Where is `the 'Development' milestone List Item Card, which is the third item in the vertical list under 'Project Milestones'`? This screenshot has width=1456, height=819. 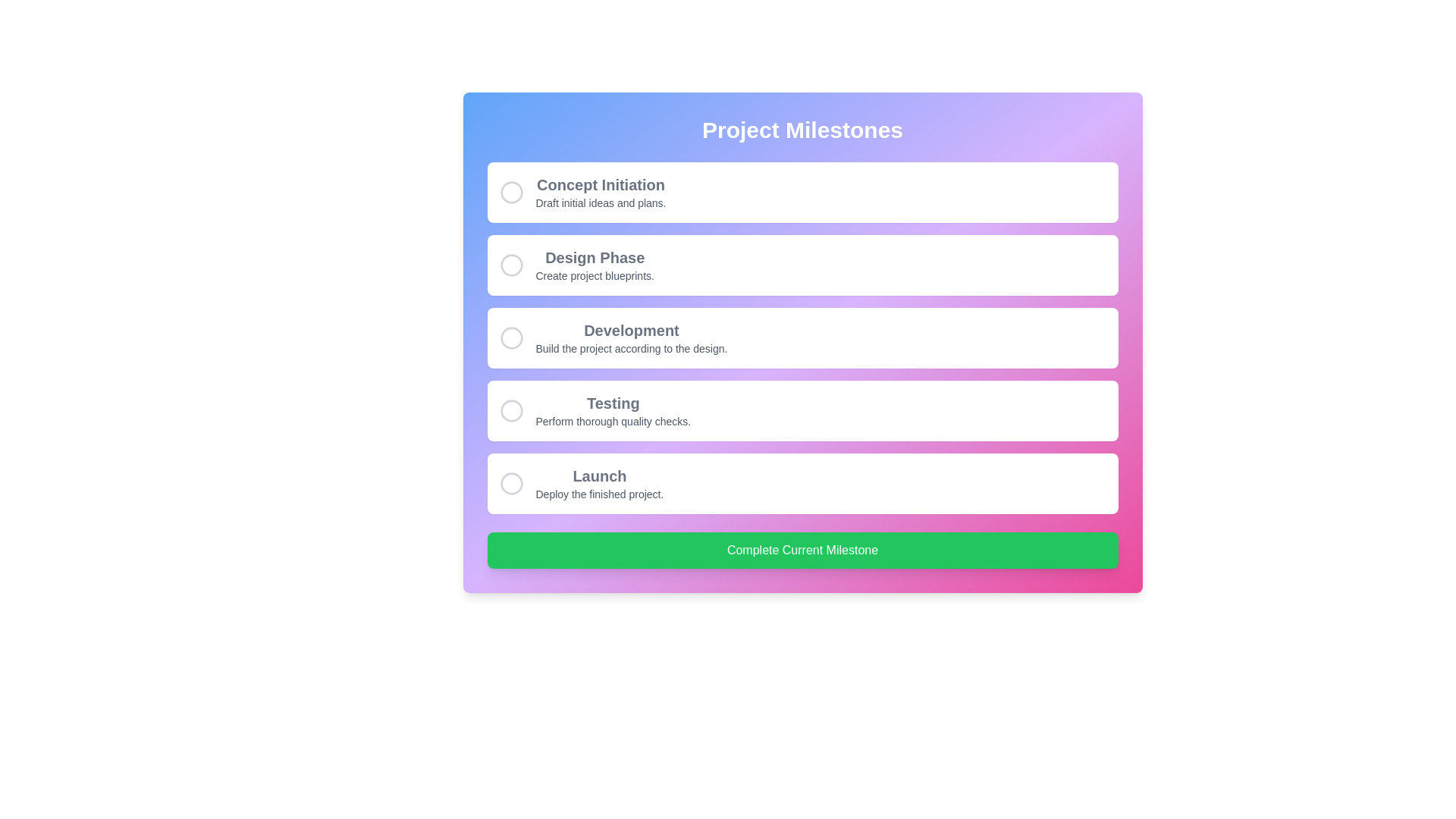 the 'Development' milestone List Item Card, which is the third item in the vertical list under 'Project Milestones' is located at coordinates (802, 337).